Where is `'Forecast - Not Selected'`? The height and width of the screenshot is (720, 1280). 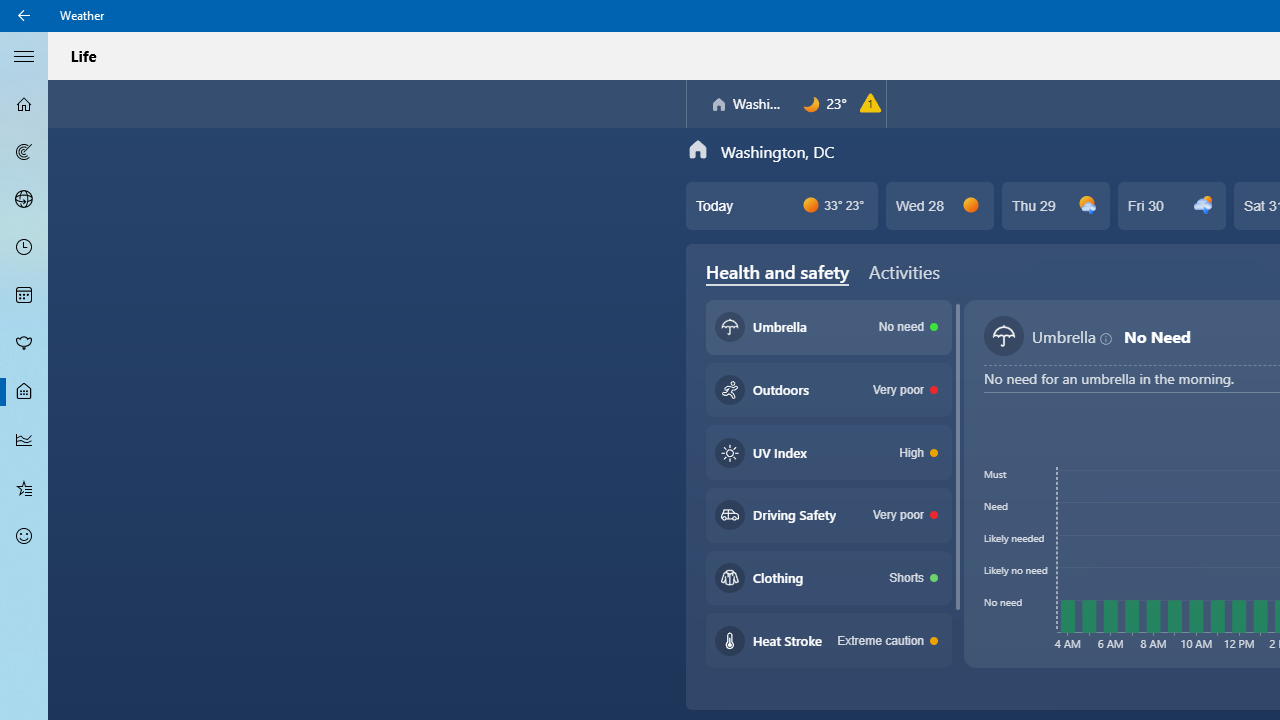 'Forecast - Not Selected' is located at coordinates (24, 104).